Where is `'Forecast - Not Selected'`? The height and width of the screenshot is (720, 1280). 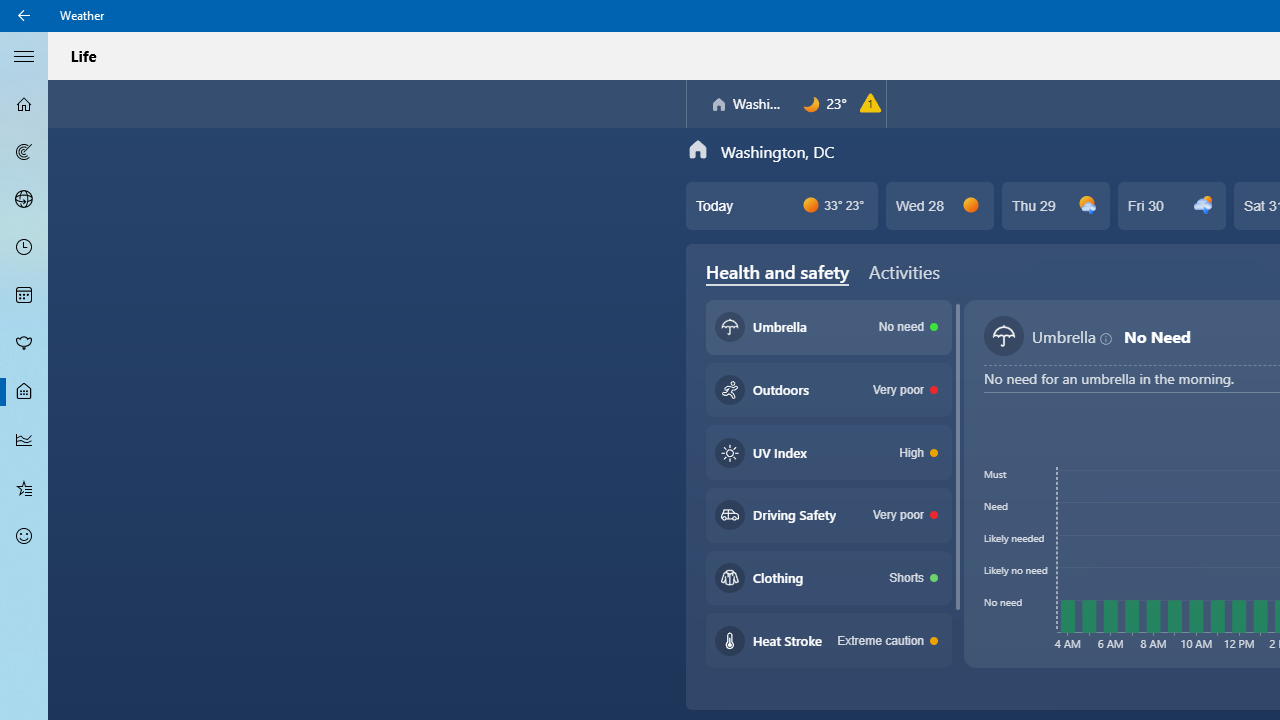 'Forecast - Not Selected' is located at coordinates (24, 104).